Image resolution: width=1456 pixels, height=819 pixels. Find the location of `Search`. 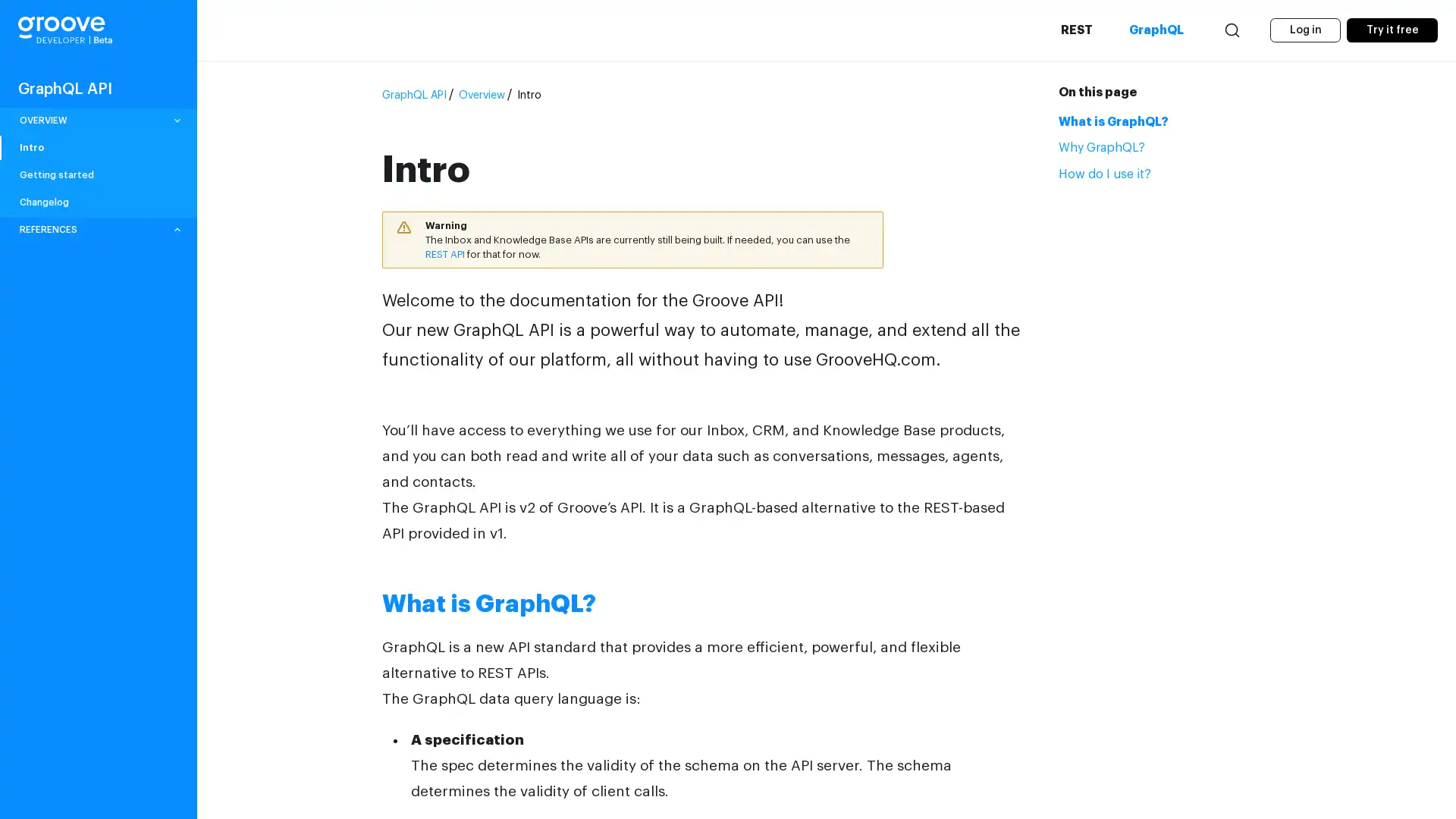

Search is located at coordinates (1229, 30).